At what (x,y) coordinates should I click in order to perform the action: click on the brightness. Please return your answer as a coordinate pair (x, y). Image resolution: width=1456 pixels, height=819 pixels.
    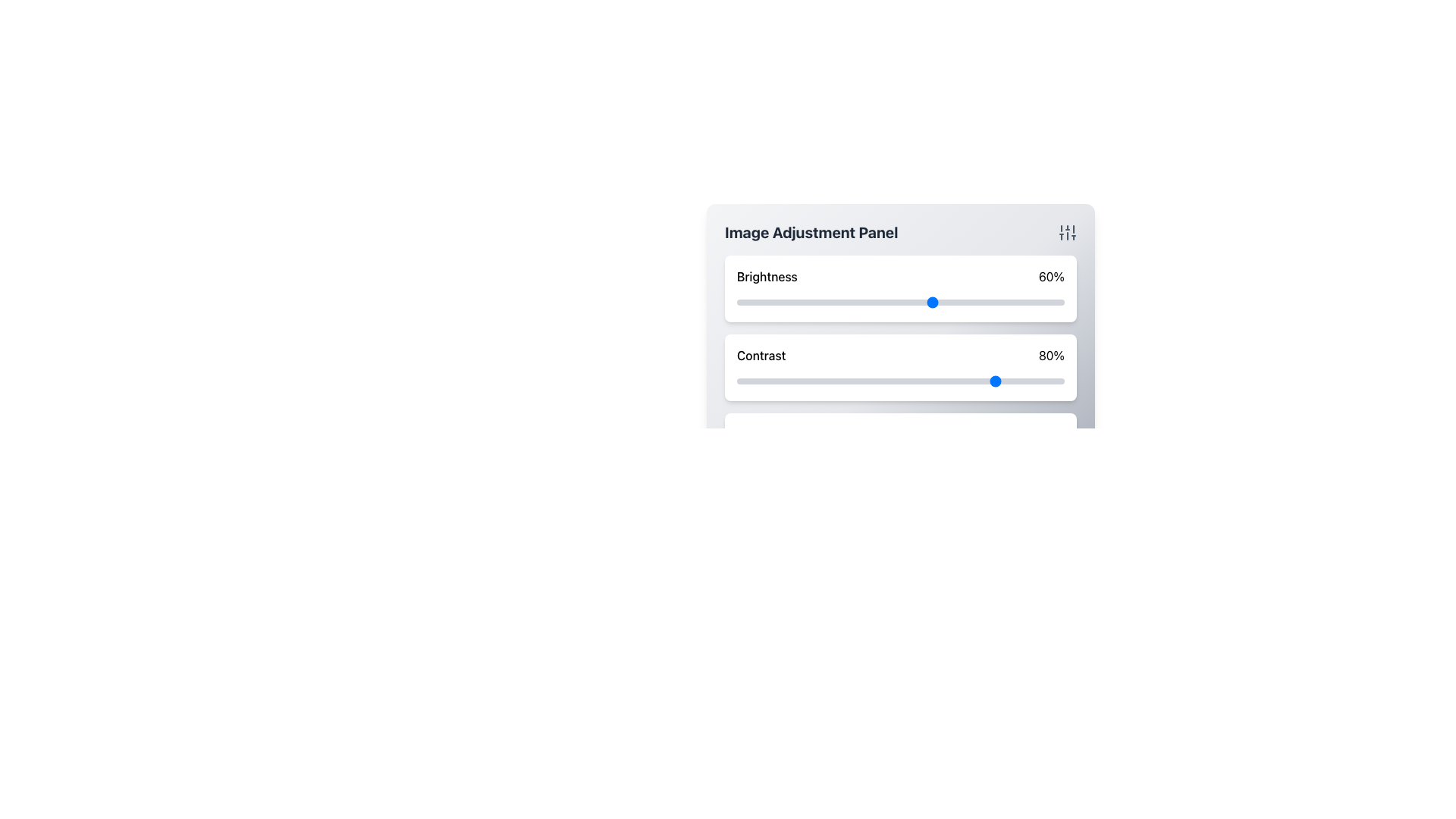
    Looking at the image, I should click on (1047, 302).